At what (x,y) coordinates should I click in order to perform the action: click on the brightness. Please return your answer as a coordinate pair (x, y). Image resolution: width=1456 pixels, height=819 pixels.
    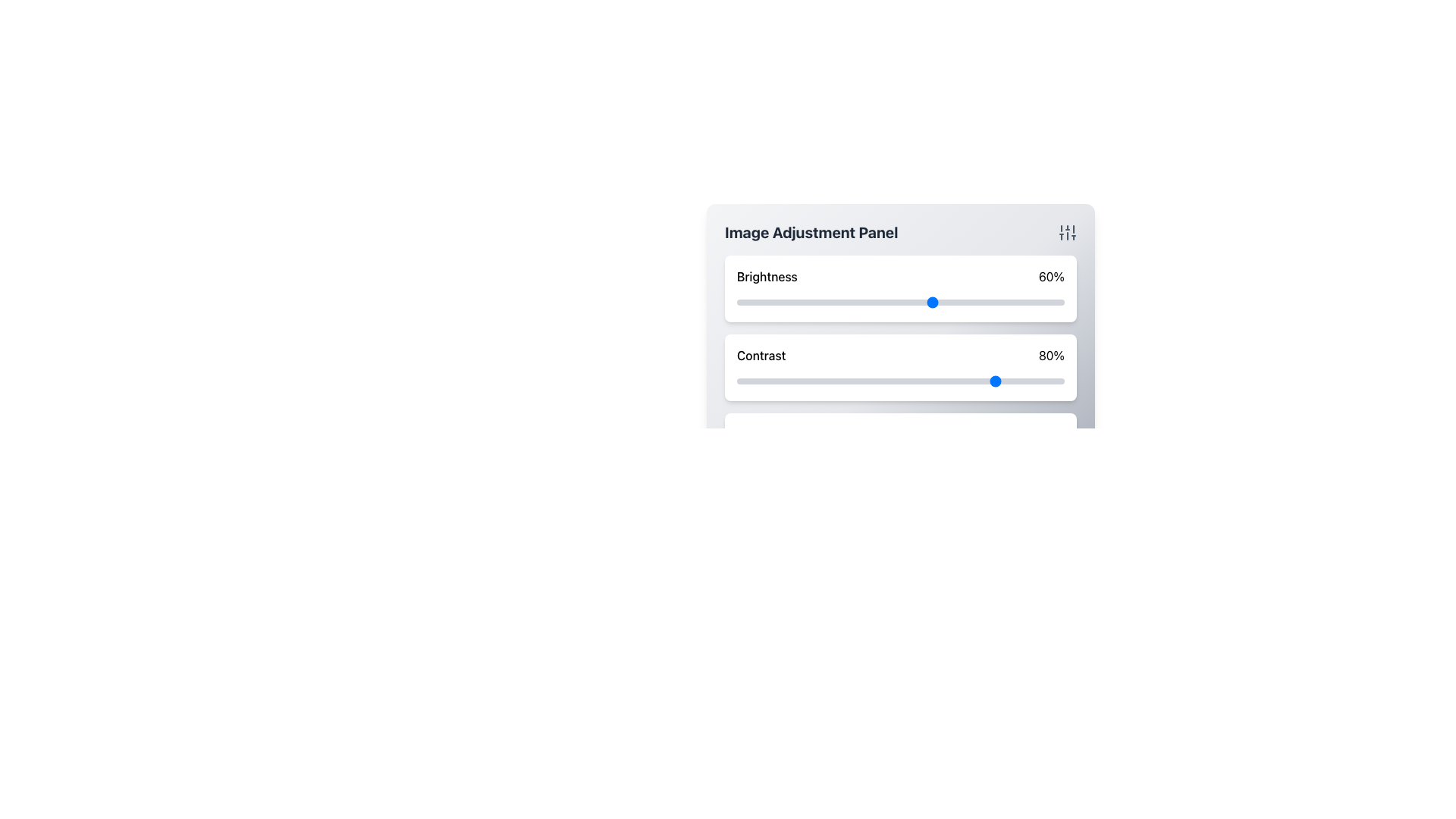
    Looking at the image, I should click on (1047, 302).